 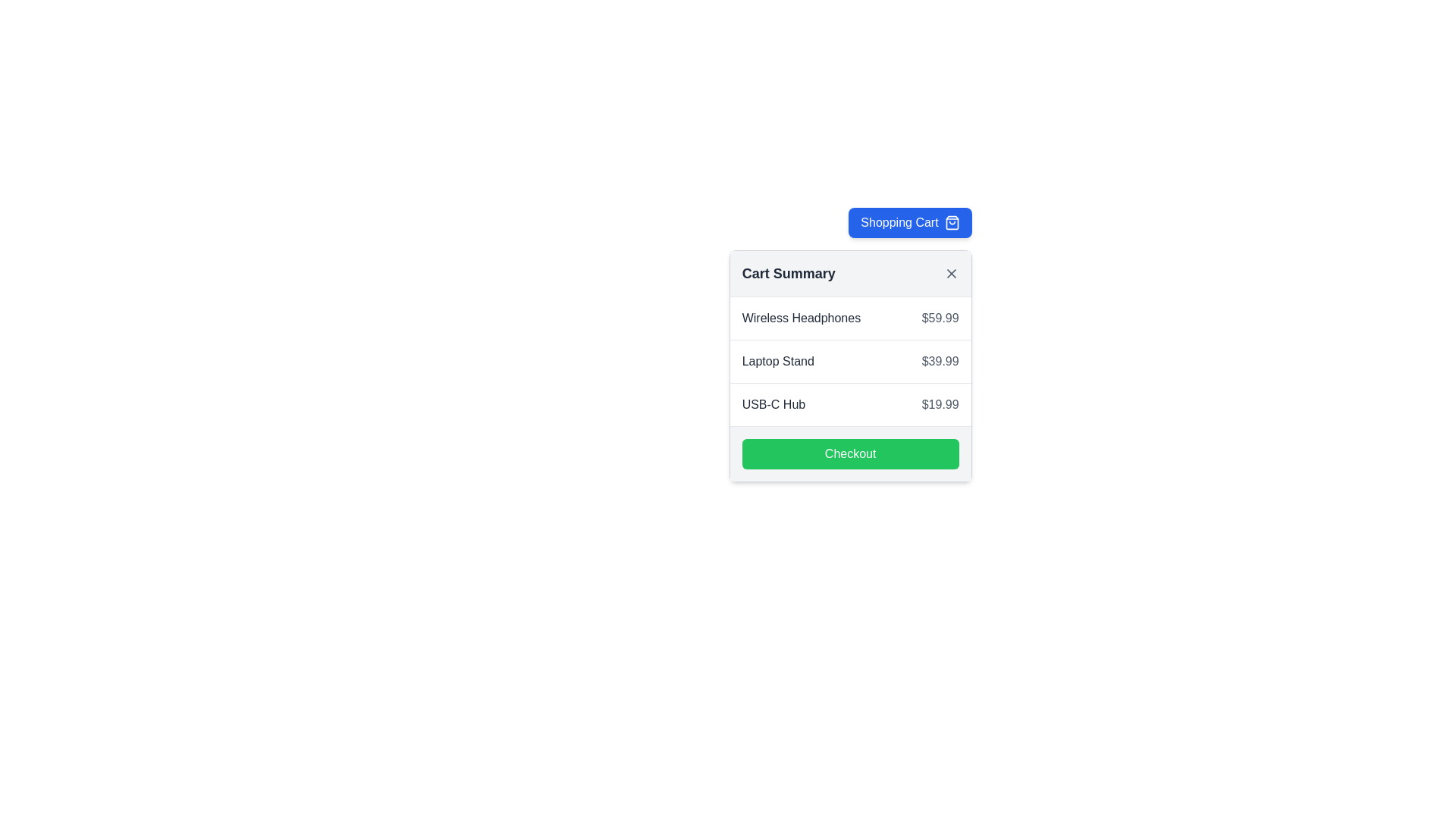 What do you see at coordinates (850, 318) in the screenshot?
I see `the list item displaying 'Wireless Headphones' priced at '$59.99' in the shopping cart overview` at bounding box center [850, 318].